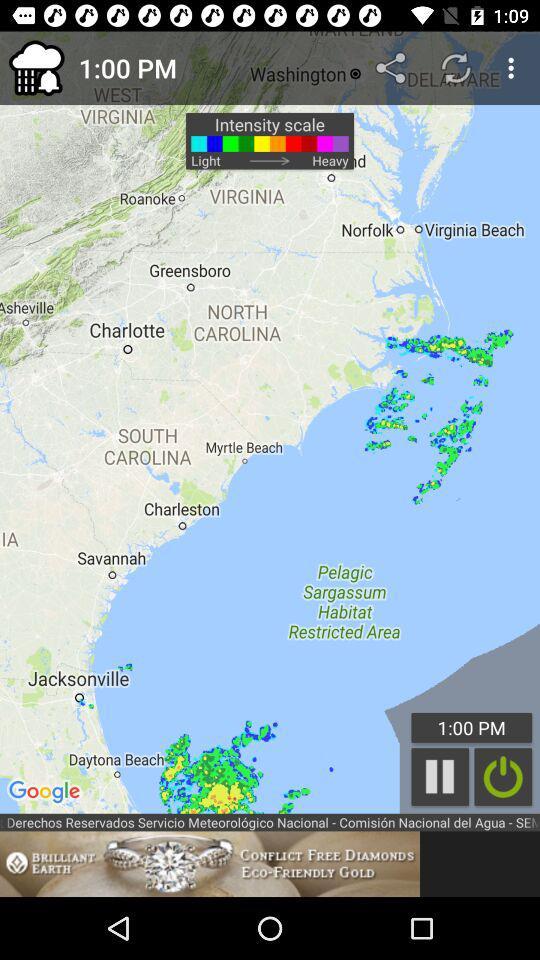 The image size is (540, 960). Describe the element at coordinates (393, 68) in the screenshot. I see `item next to 1:00 pm app` at that location.